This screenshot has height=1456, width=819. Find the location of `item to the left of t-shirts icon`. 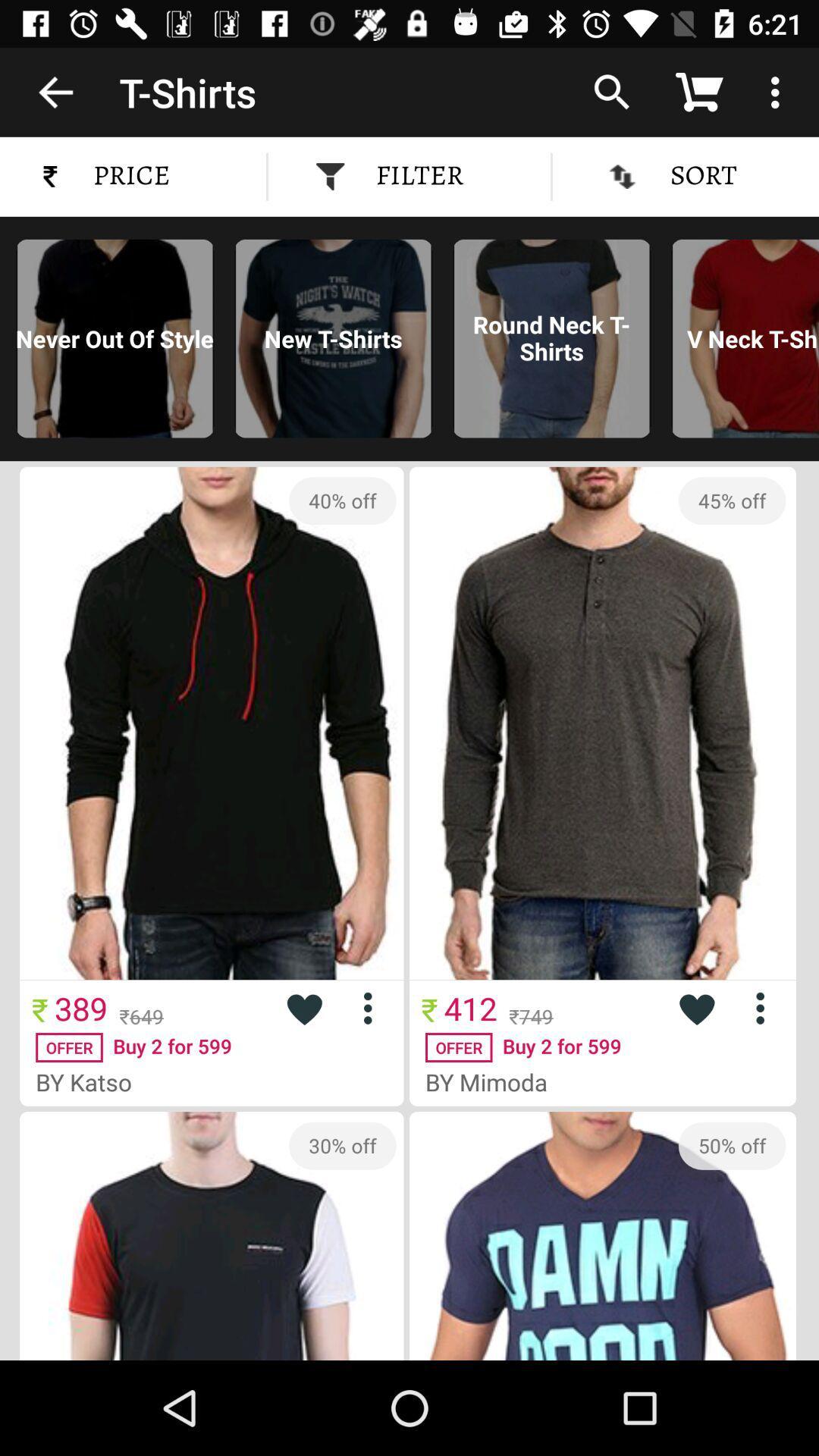

item to the left of t-shirts icon is located at coordinates (55, 91).